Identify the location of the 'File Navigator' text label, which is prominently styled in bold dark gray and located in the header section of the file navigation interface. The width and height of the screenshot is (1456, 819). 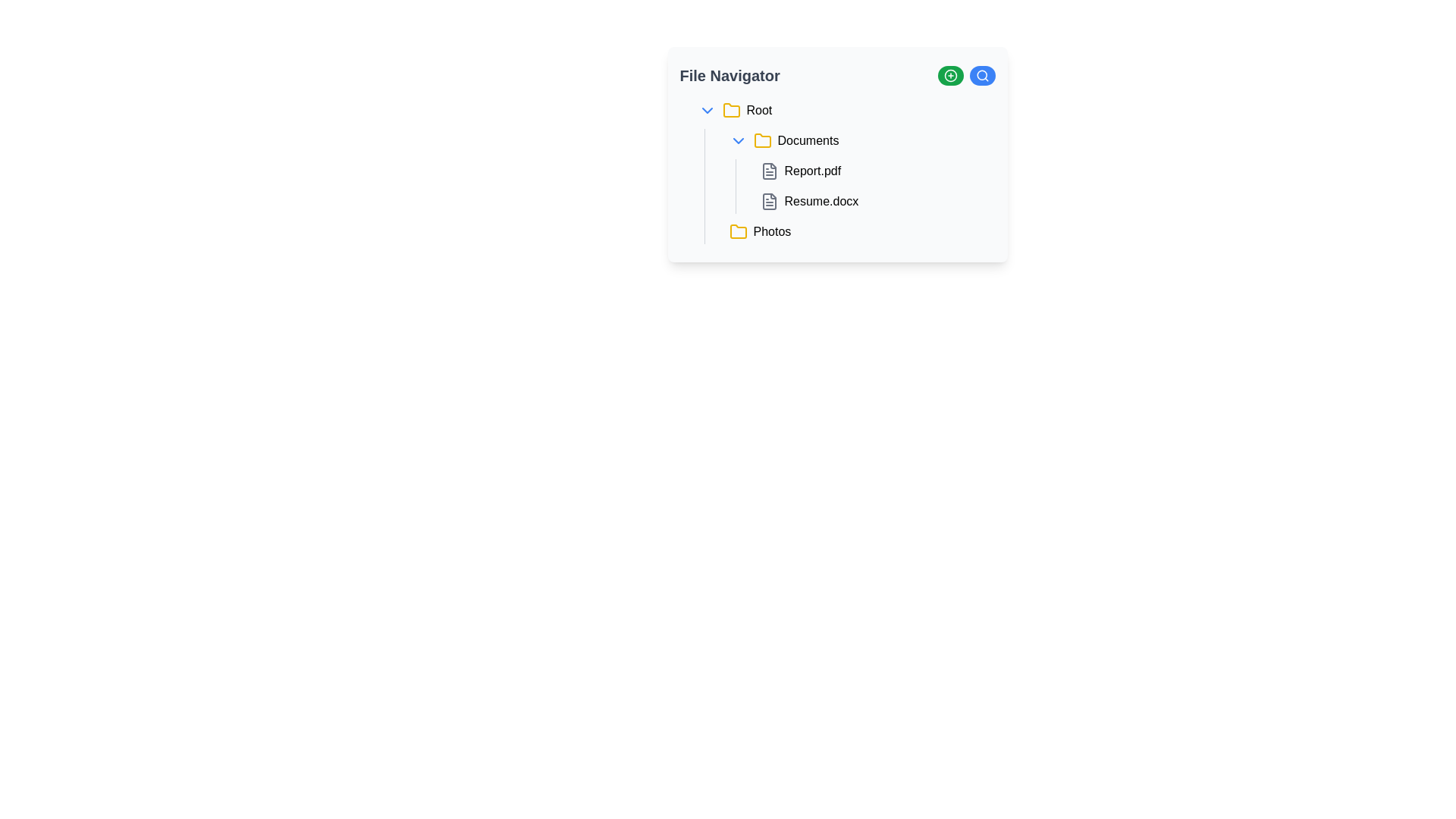
(730, 76).